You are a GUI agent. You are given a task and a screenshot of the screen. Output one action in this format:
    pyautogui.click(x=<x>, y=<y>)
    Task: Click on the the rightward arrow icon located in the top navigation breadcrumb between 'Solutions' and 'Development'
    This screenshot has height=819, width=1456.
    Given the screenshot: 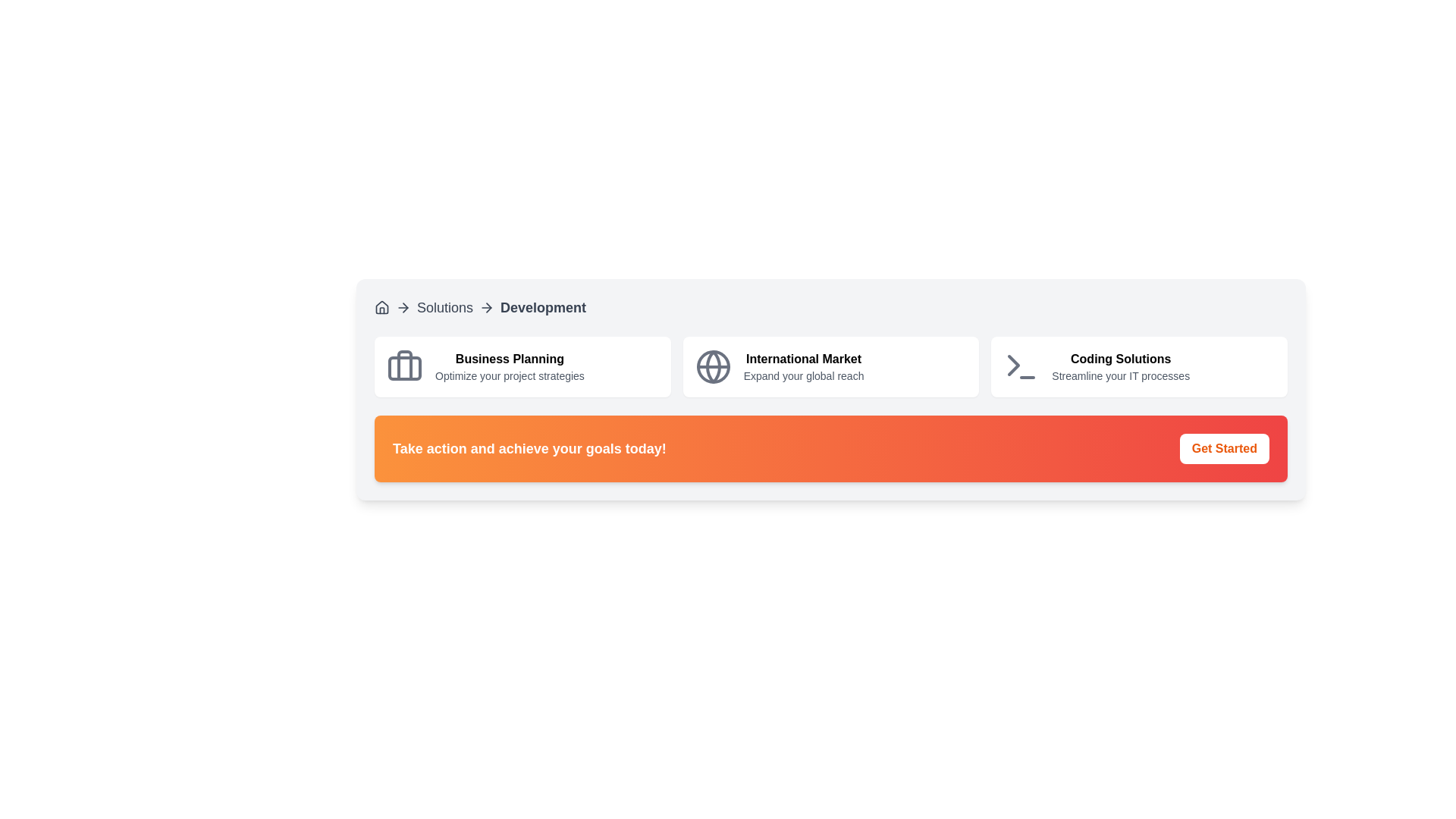 What is the action you would take?
    pyautogui.click(x=487, y=307)
    